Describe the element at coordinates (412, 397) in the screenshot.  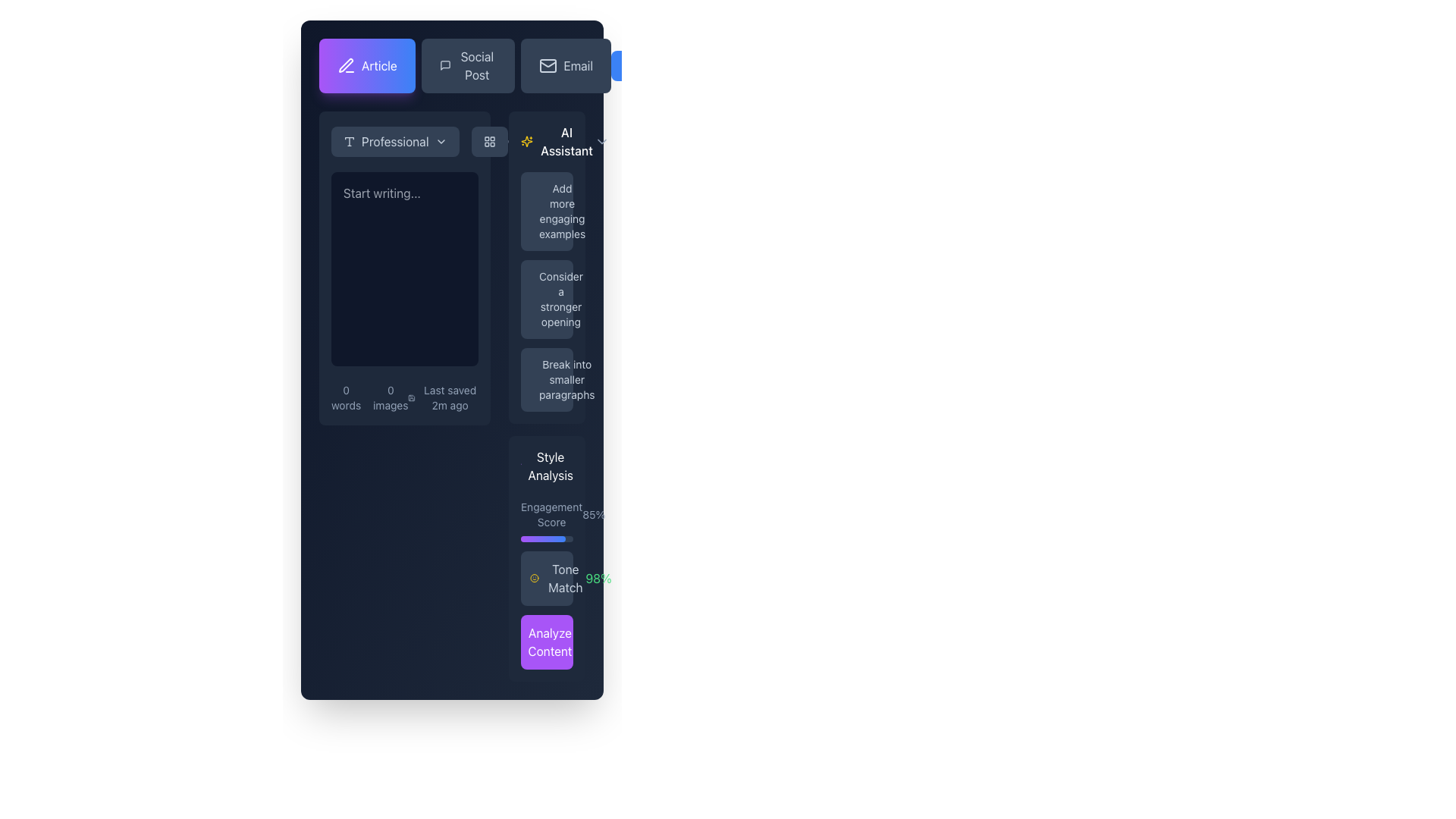
I see `the save status icon, which is a small square-shaped drawing resembling a floppy disk, located to the left of the text 'Last saved 2m ago'` at that location.